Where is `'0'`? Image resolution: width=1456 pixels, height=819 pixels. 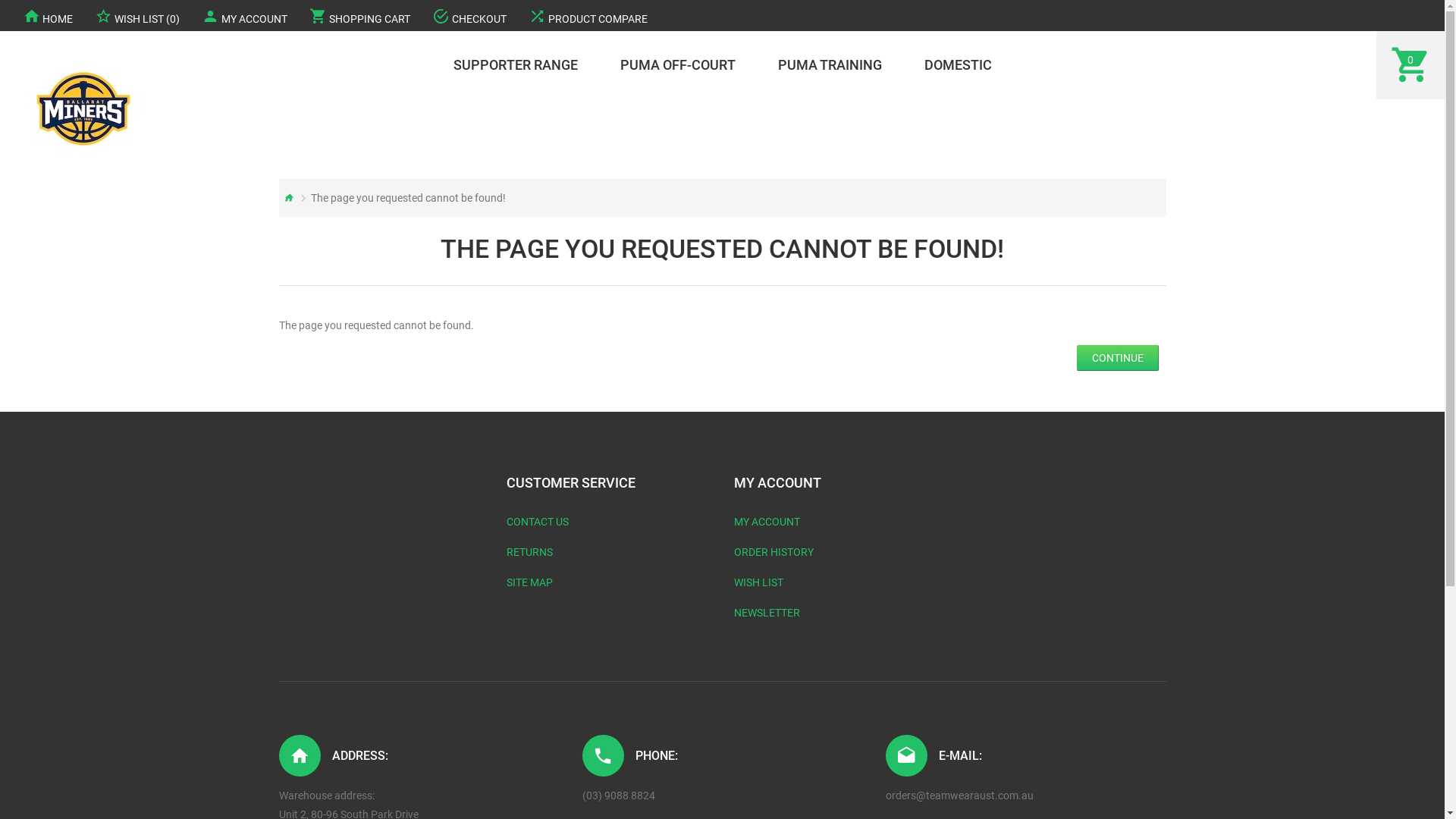 '0' is located at coordinates (1410, 64).